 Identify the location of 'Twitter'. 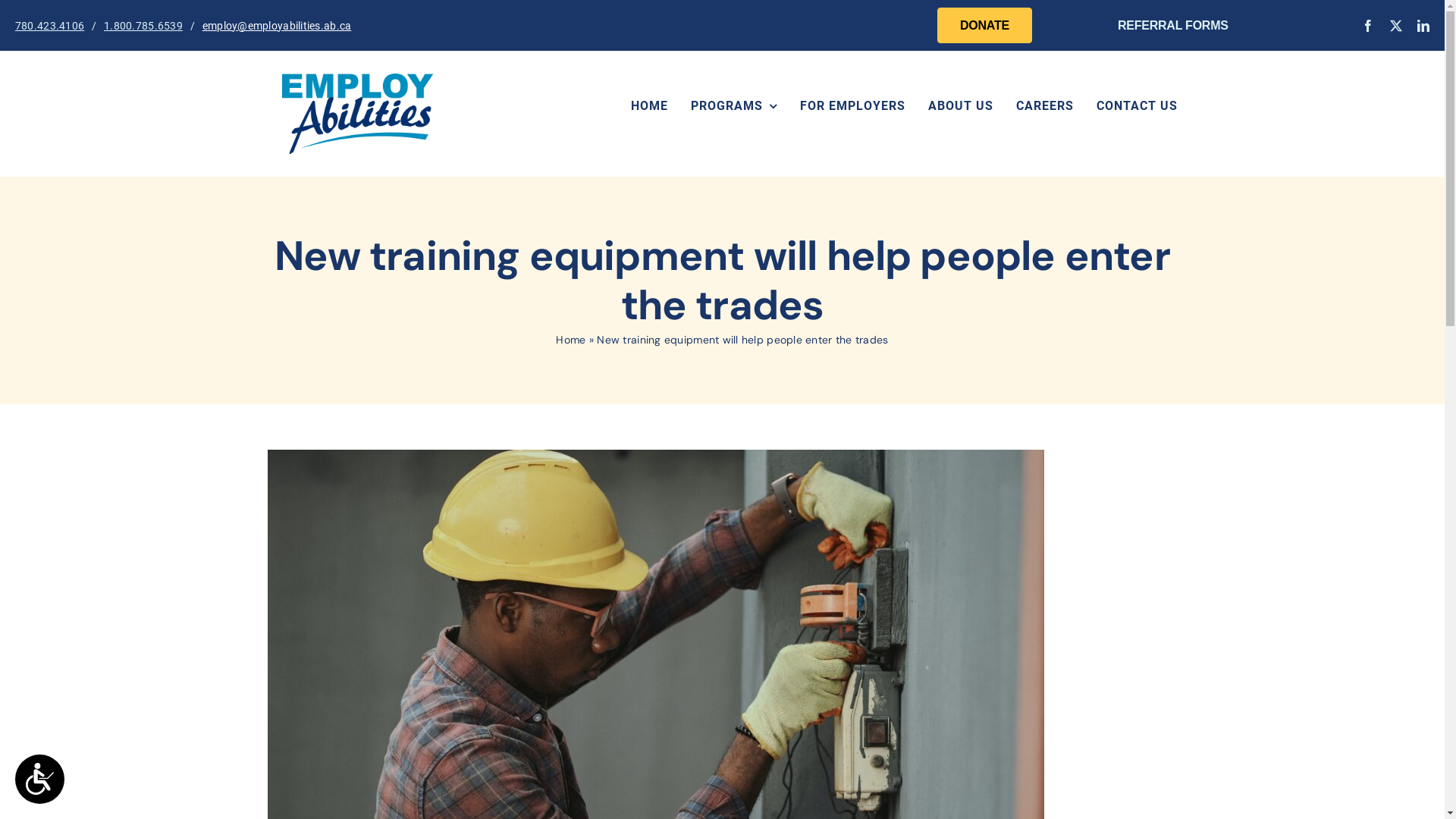
(1395, 26).